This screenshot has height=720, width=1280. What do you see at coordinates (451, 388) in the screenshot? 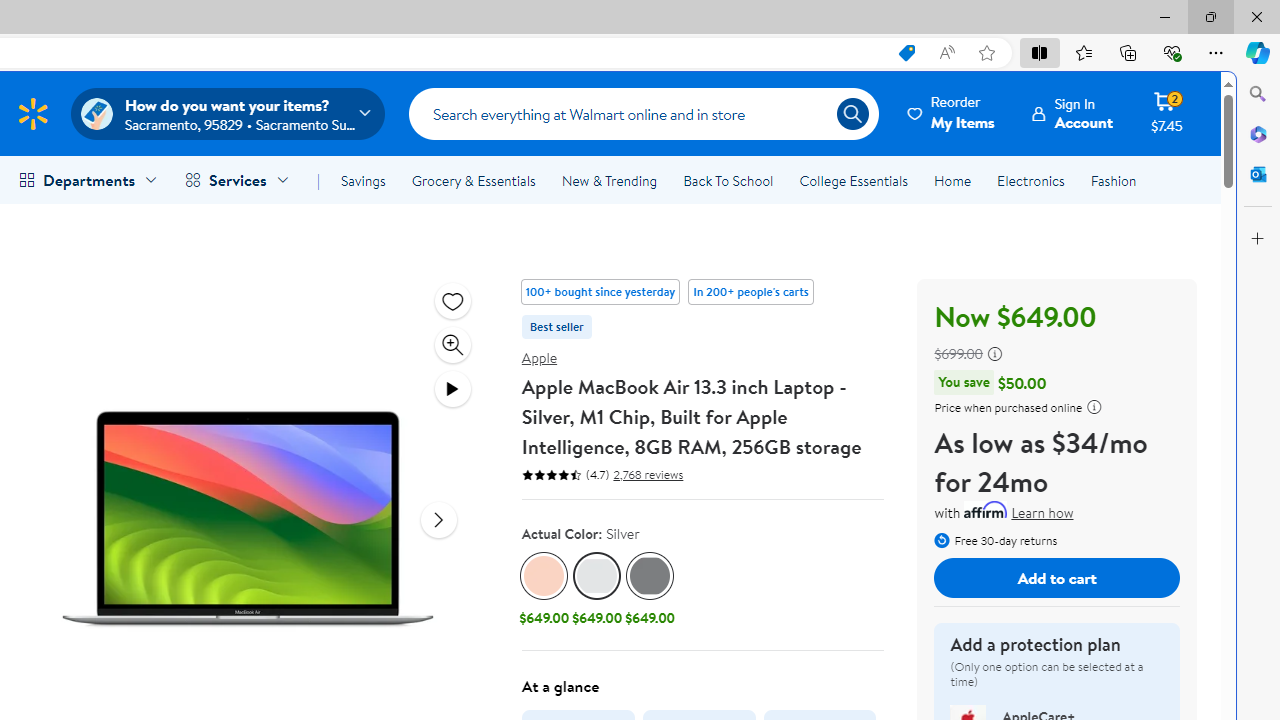
I see `'View video'` at bounding box center [451, 388].